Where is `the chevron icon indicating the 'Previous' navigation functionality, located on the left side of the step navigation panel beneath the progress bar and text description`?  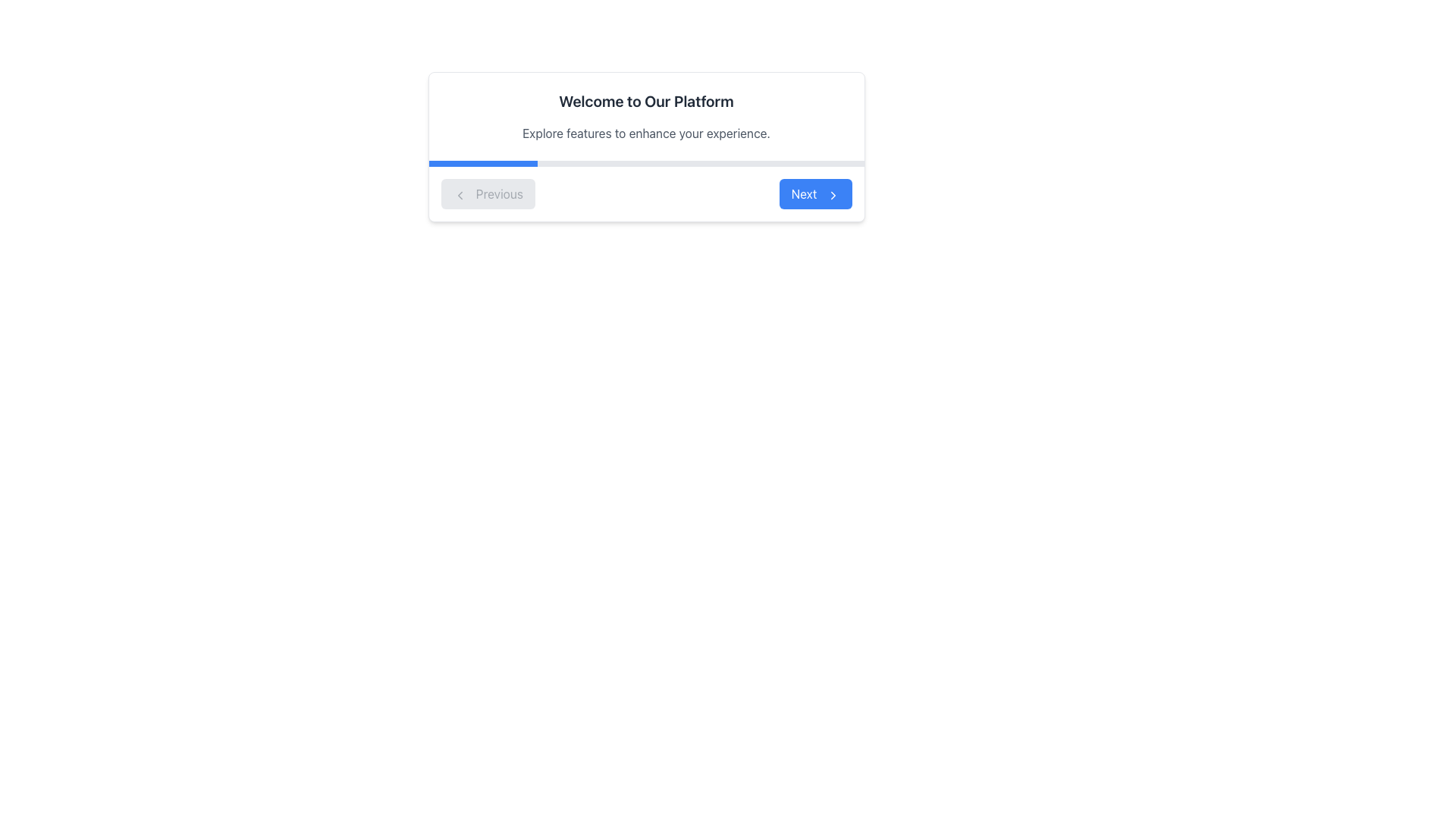
the chevron icon indicating the 'Previous' navigation functionality, located on the left side of the step navigation panel beneath the progress bar and text description is located at coordinates (459, 194).